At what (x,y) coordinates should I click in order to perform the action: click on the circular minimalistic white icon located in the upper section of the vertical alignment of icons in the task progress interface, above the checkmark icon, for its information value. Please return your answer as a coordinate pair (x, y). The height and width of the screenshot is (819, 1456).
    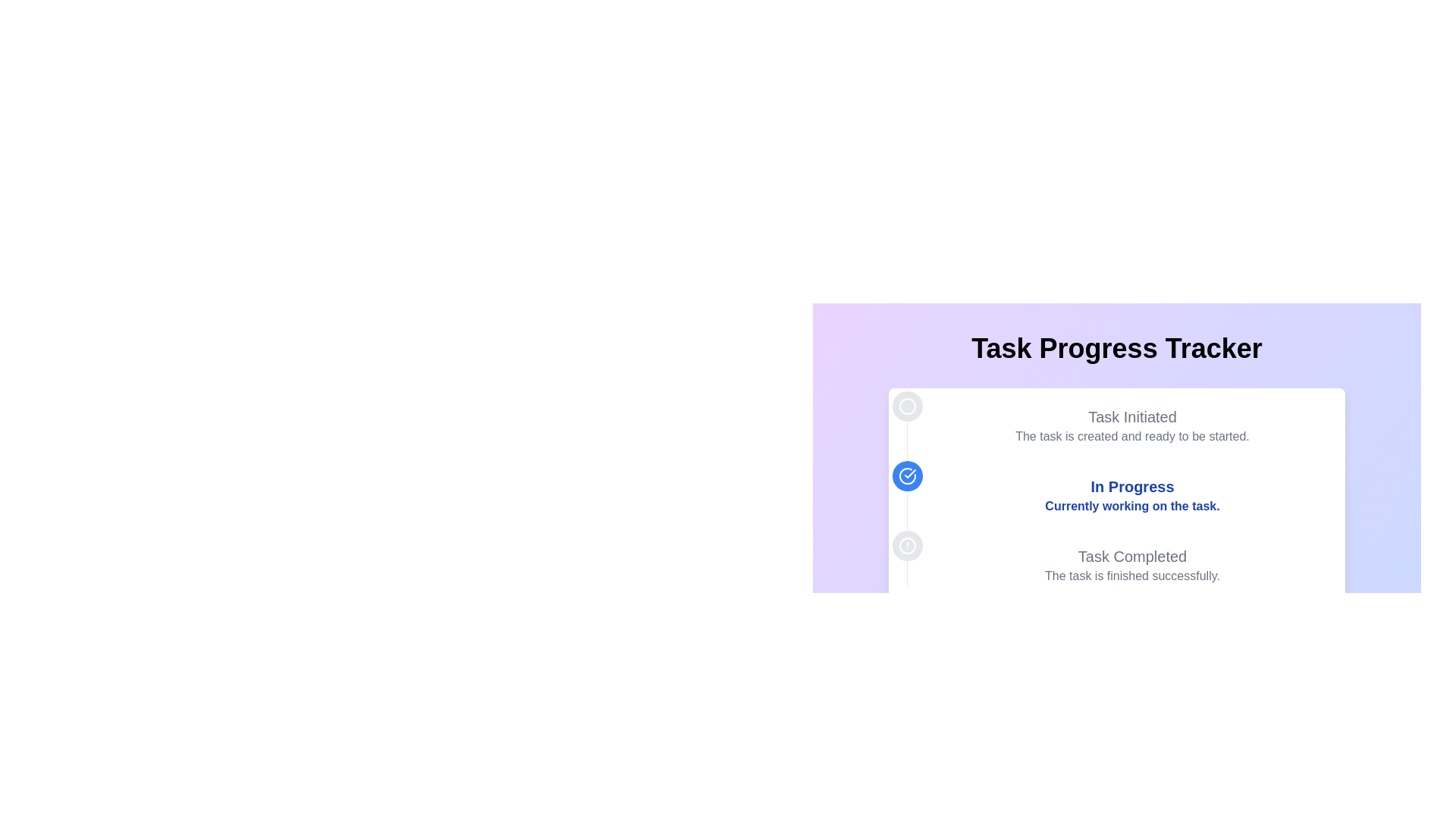
    Looking at the image, I should click on (908, 406).